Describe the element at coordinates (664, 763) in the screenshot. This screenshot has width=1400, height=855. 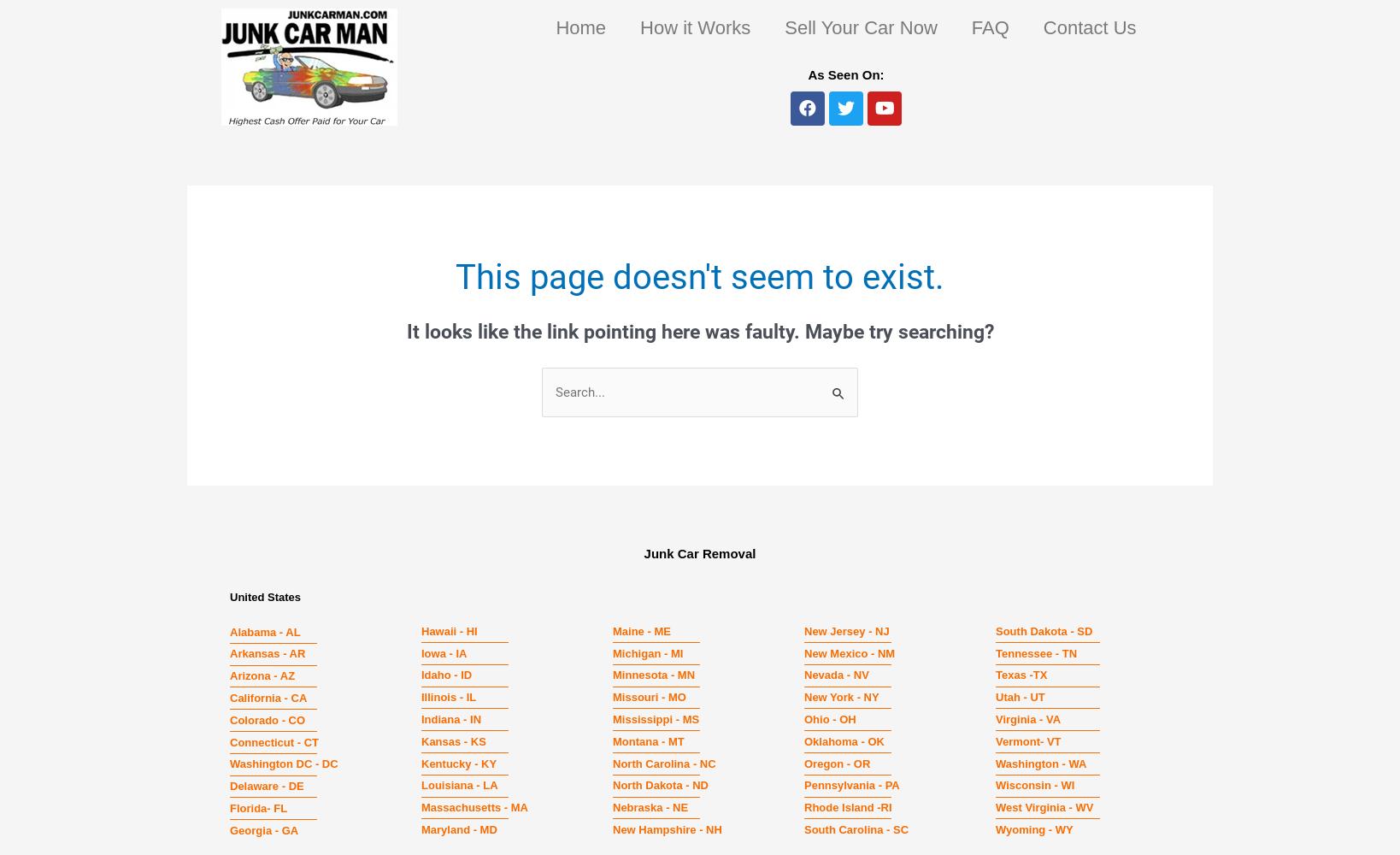
I see `'North Carolina - NC'` at that location.